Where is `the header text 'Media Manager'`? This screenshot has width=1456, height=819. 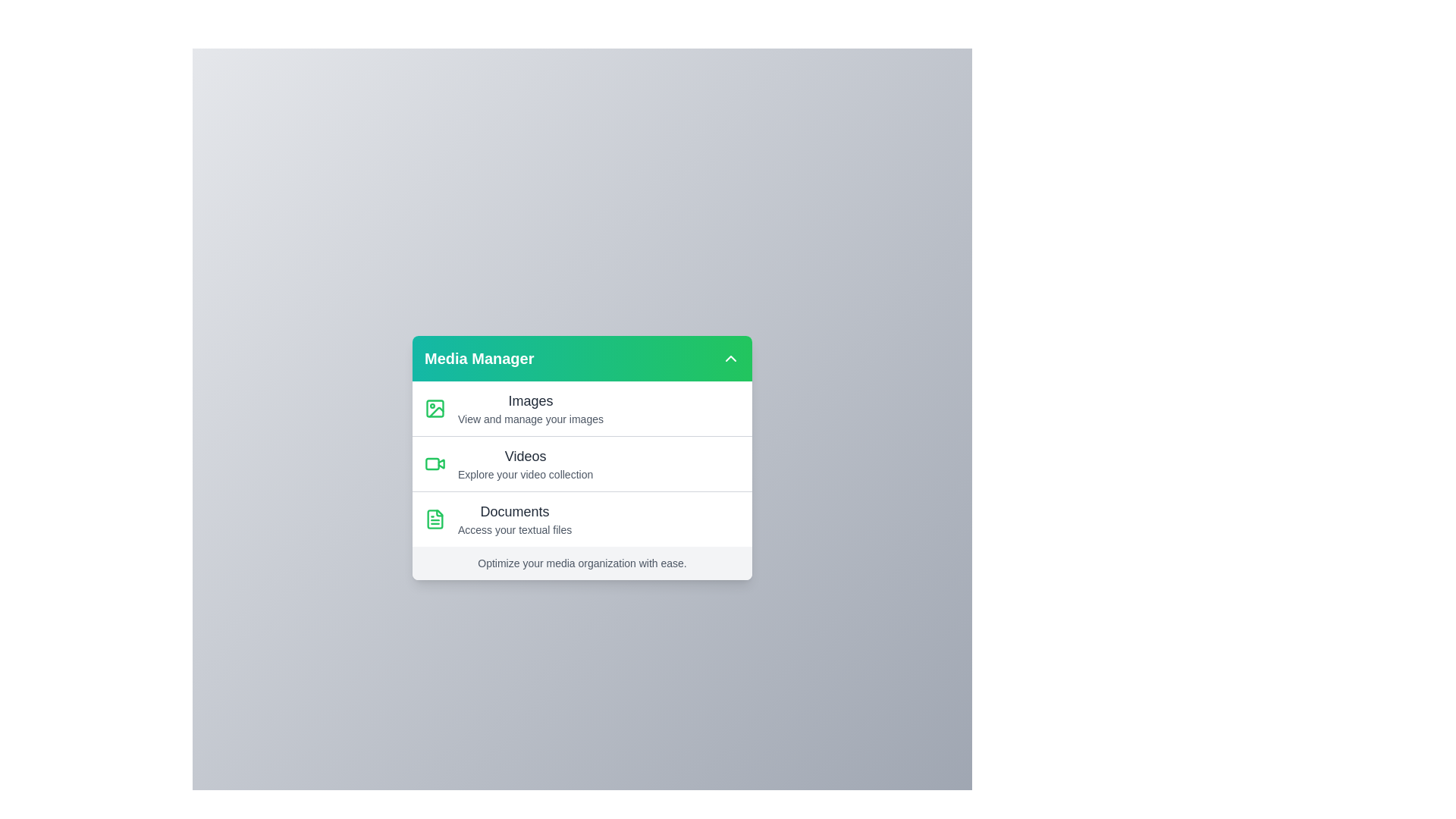
the header text 'Media Manager' is located at coordinates (479, 359).